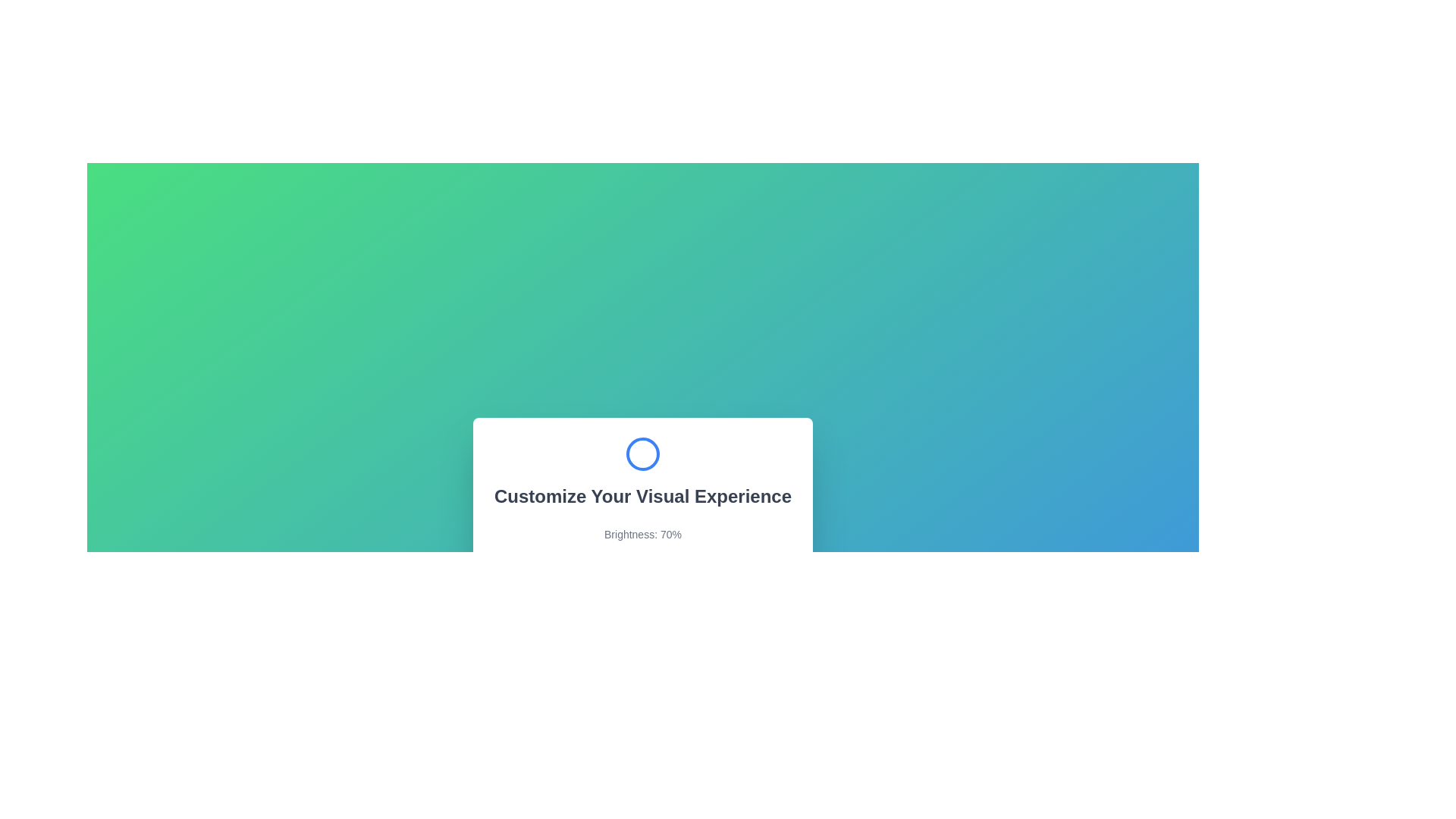 The height and width of the screenshot is (819, 1456). What do you see at coordinates (643, 453) in the screenshot?
I see `the central icon to observe any potential visual effects or information display` at bounding box center [643, 453].